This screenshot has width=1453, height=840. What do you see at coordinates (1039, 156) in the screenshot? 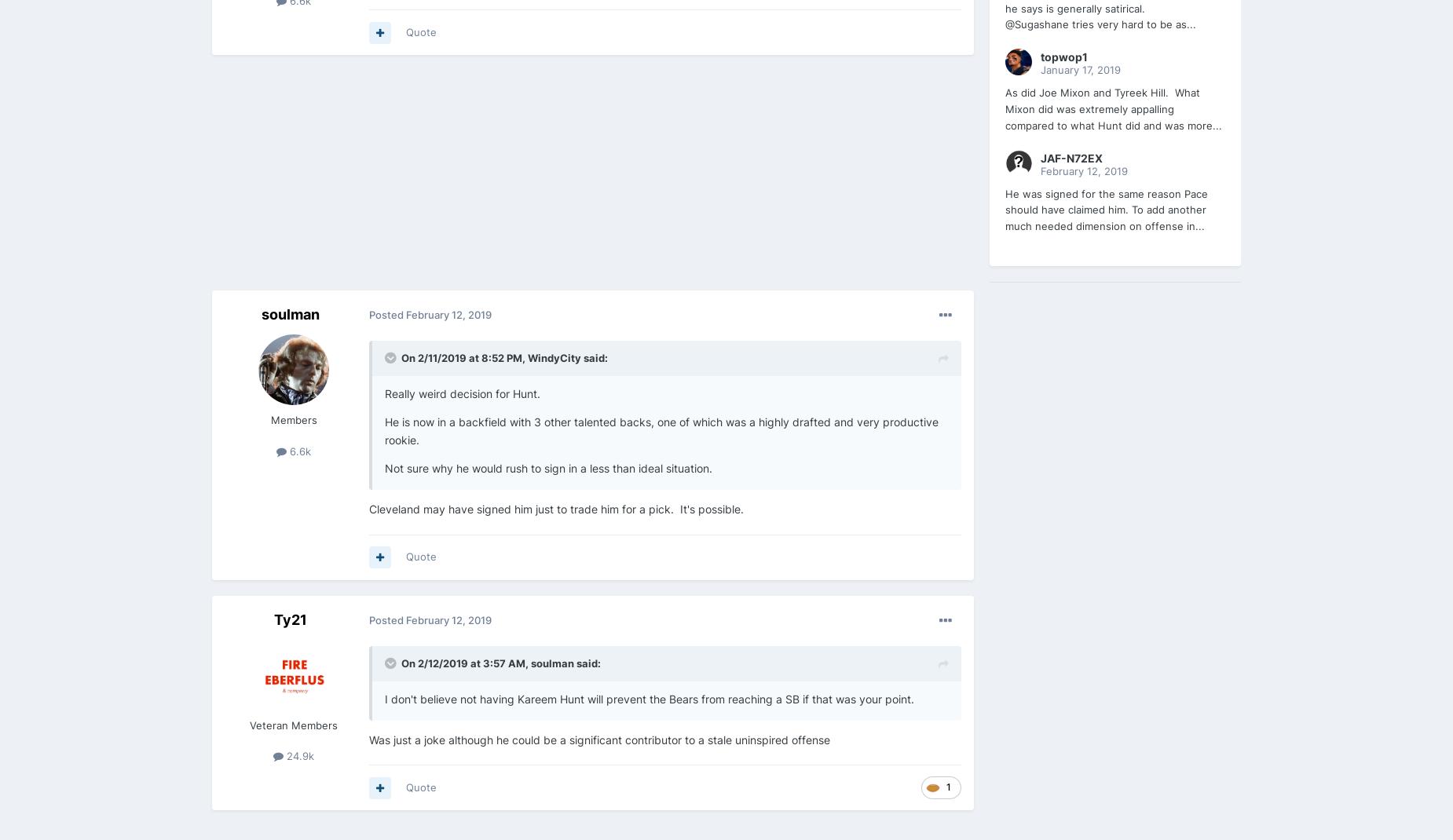
I see `'JAF-N72EX'` at bounding box center [1039, 156].